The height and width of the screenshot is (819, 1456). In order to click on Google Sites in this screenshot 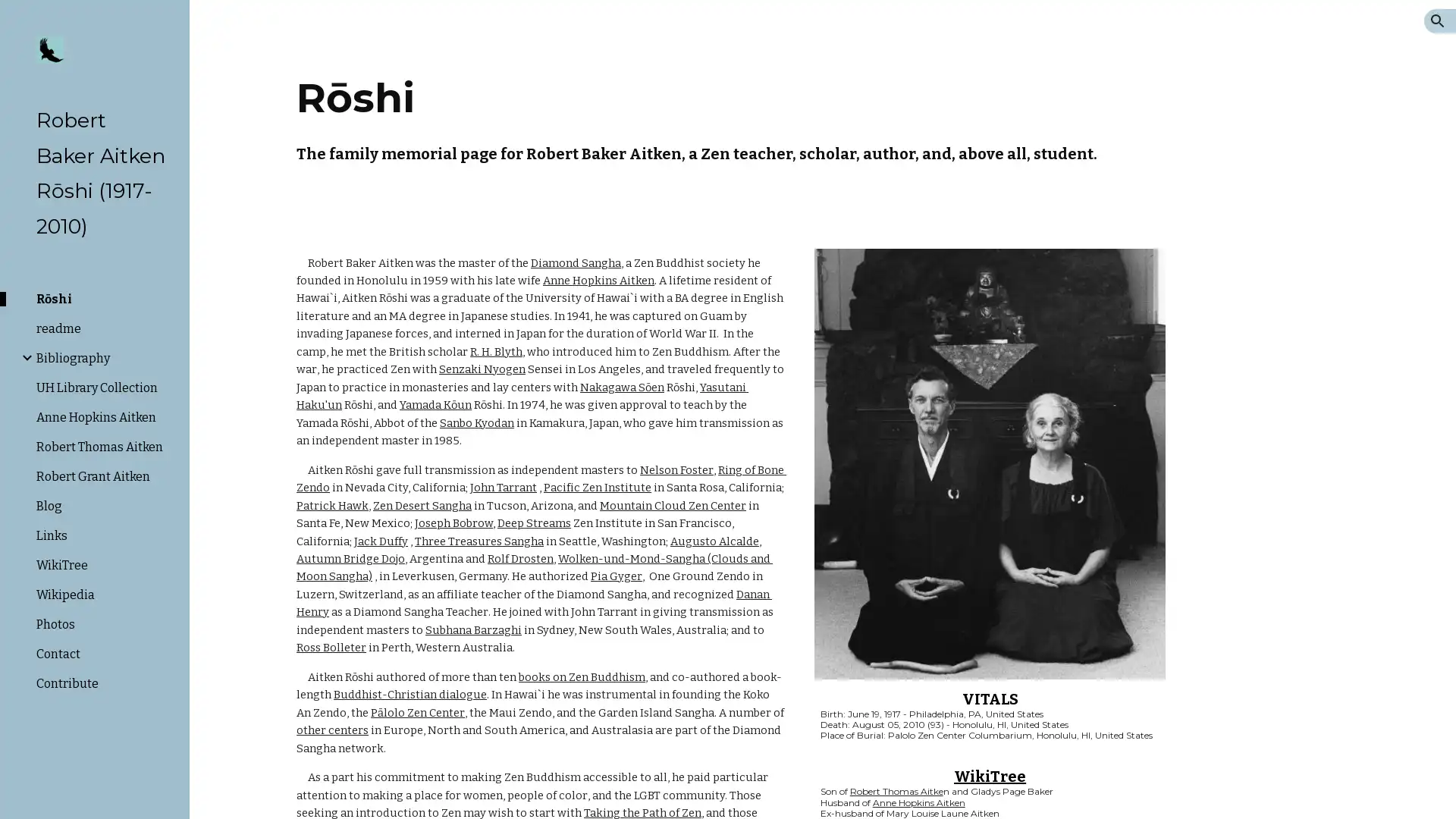, I will do `click(263, 792)`.